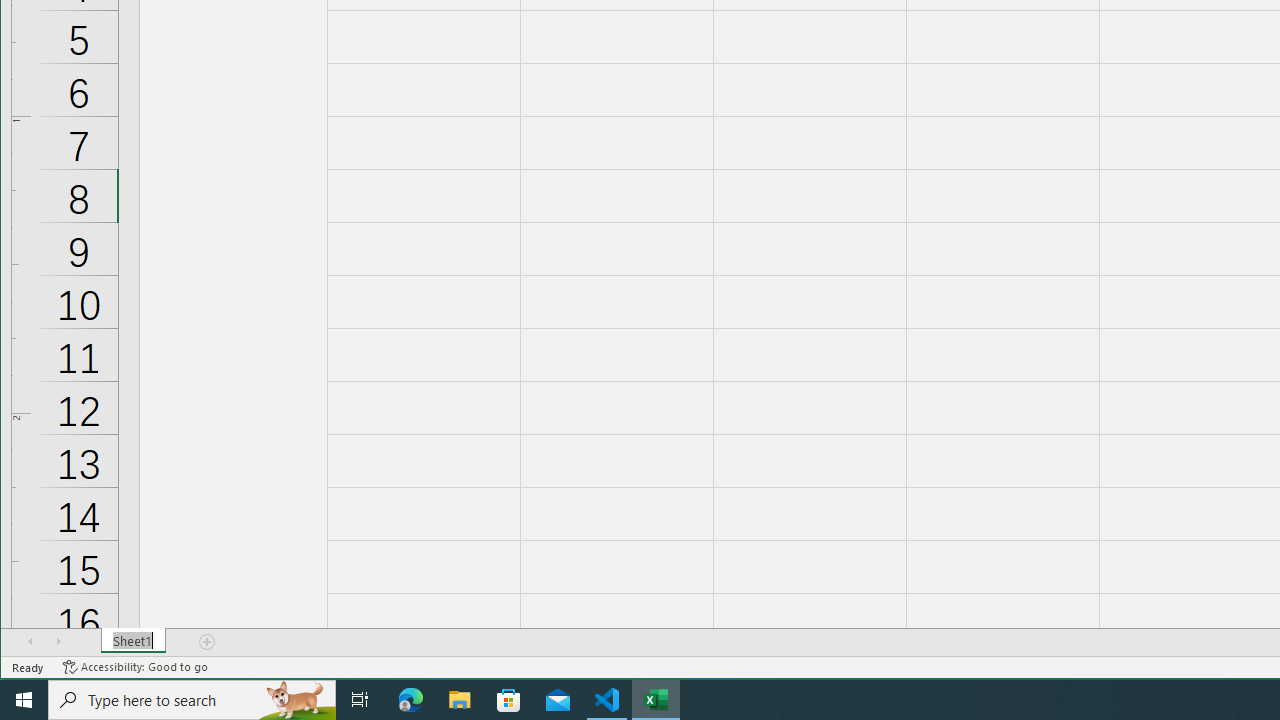  What do you see at coordinates (294, 698) in the screenshot?
I see `'Search highlights icon opens search home window'` at bounding box center [294, 698].